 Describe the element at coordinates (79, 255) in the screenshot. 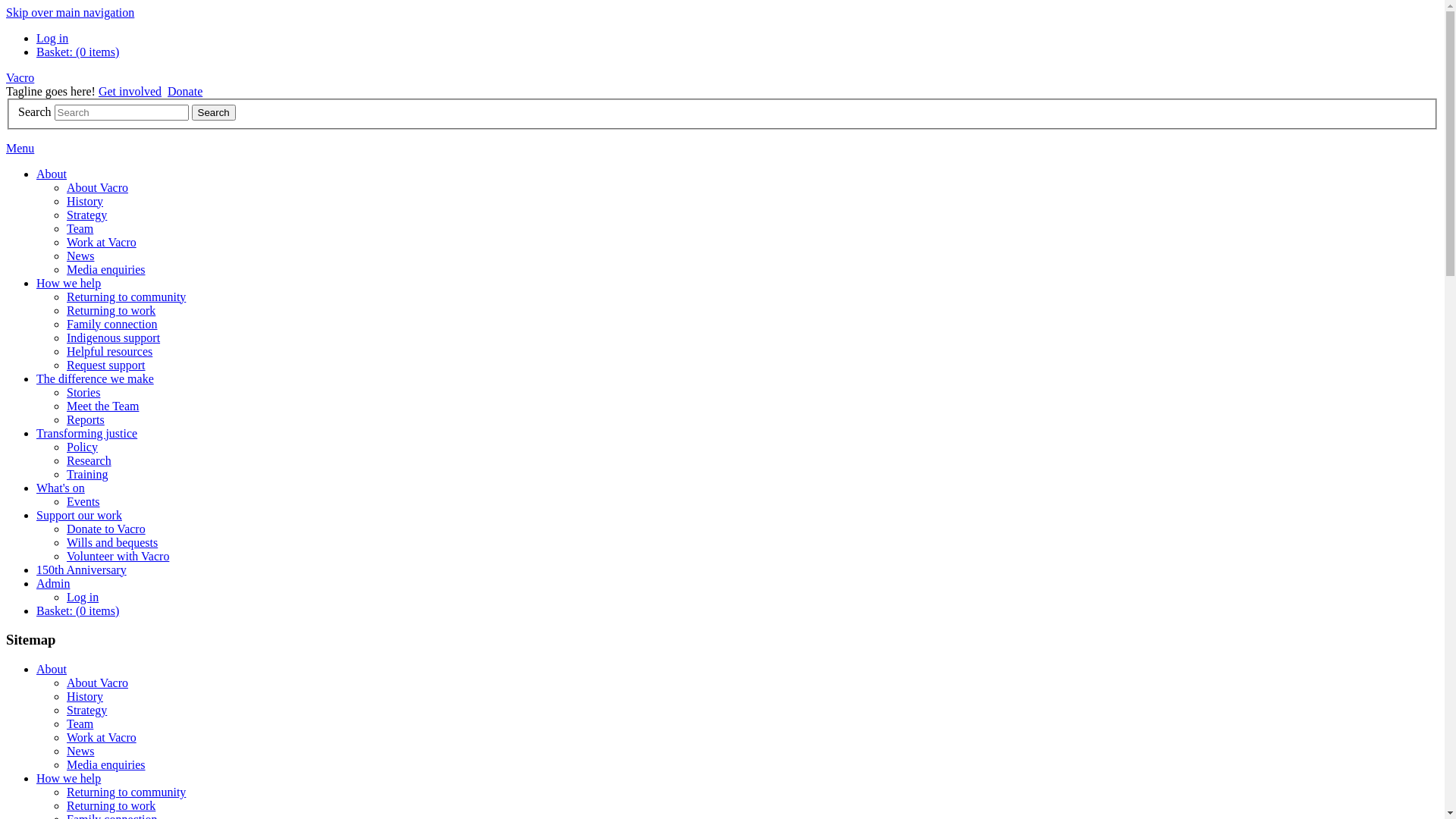

I see `'News'` at that location.